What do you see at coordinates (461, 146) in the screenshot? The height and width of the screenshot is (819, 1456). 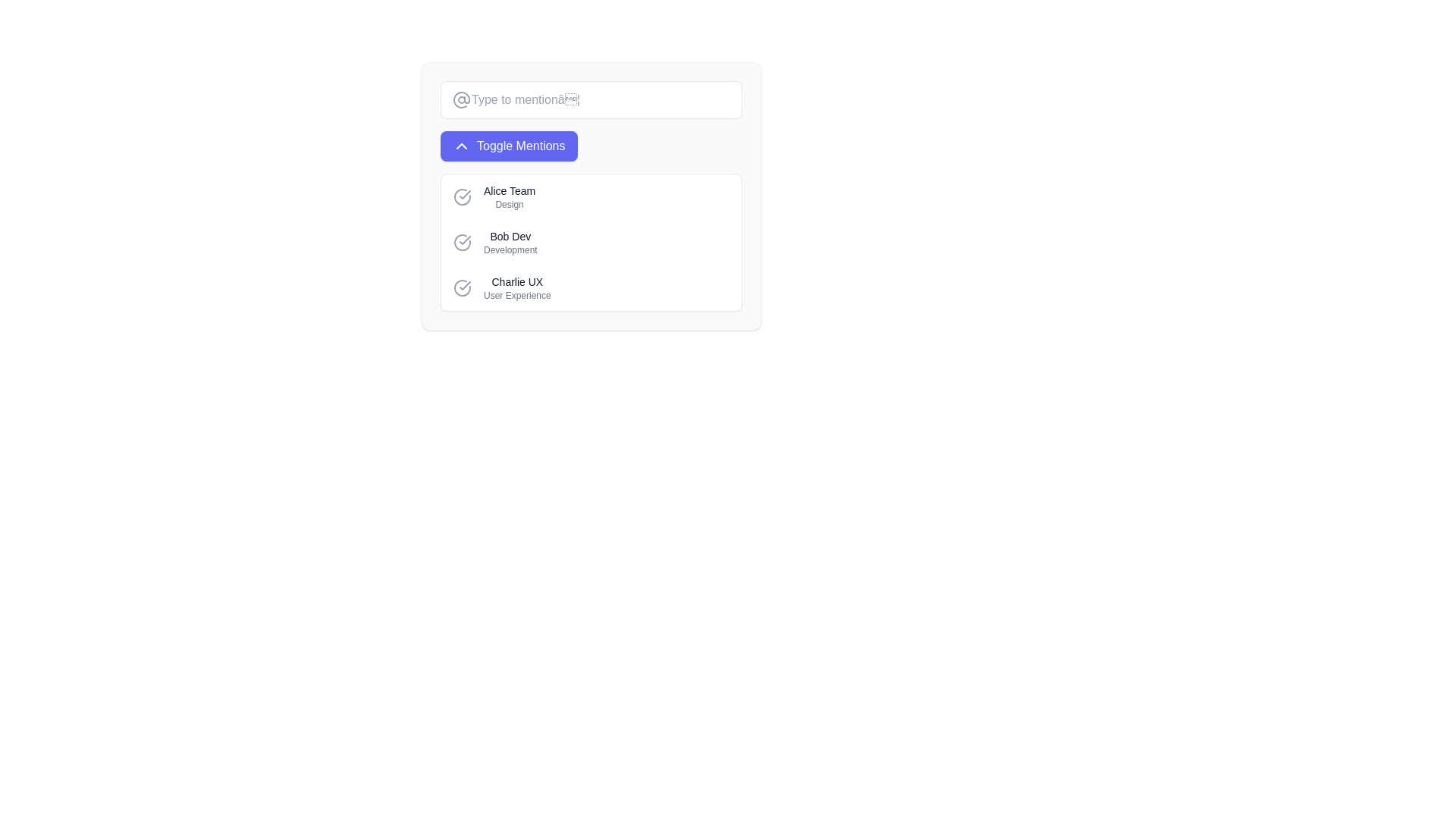 I see `the upward-pointing chevron icon on the left side of the 'Toggle Mentions' button` at bounding box center [461, 146].